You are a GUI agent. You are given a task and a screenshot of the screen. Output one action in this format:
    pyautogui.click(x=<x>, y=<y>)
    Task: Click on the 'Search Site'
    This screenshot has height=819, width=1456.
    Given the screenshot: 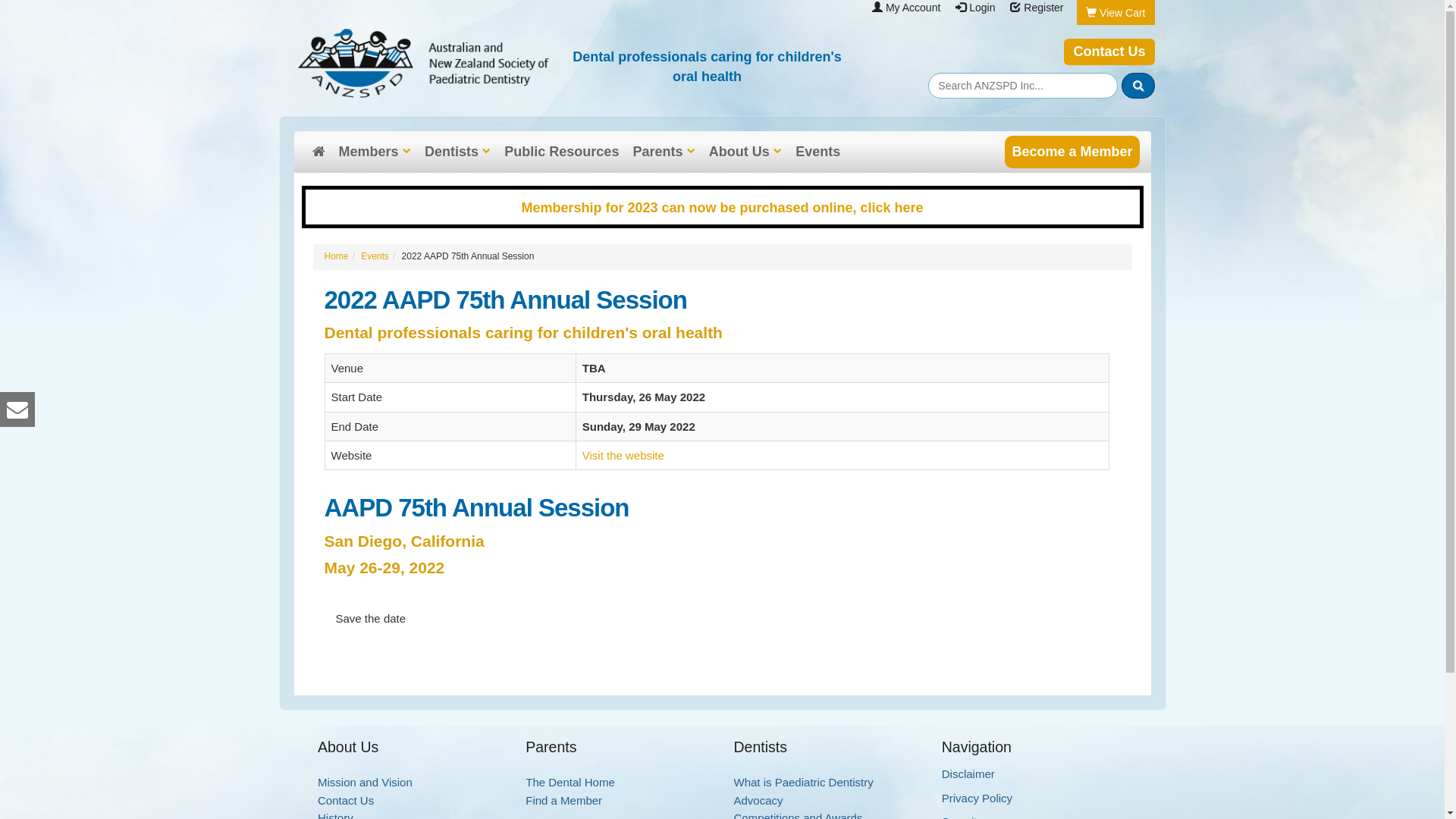 What is the action you would take?
    pyautogui.click(x=1137, y=85)
    